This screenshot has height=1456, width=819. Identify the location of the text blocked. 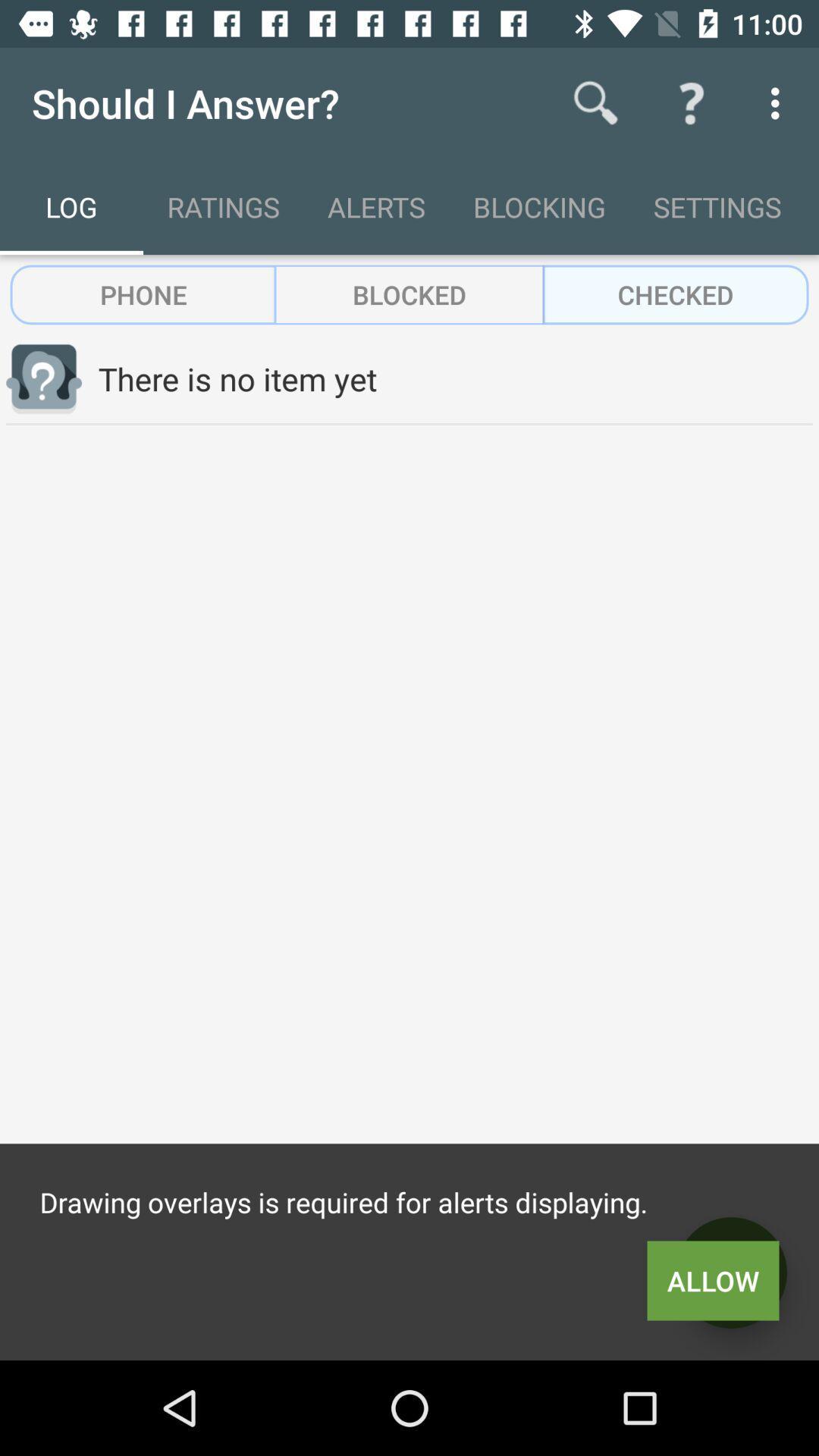
(409, 294).